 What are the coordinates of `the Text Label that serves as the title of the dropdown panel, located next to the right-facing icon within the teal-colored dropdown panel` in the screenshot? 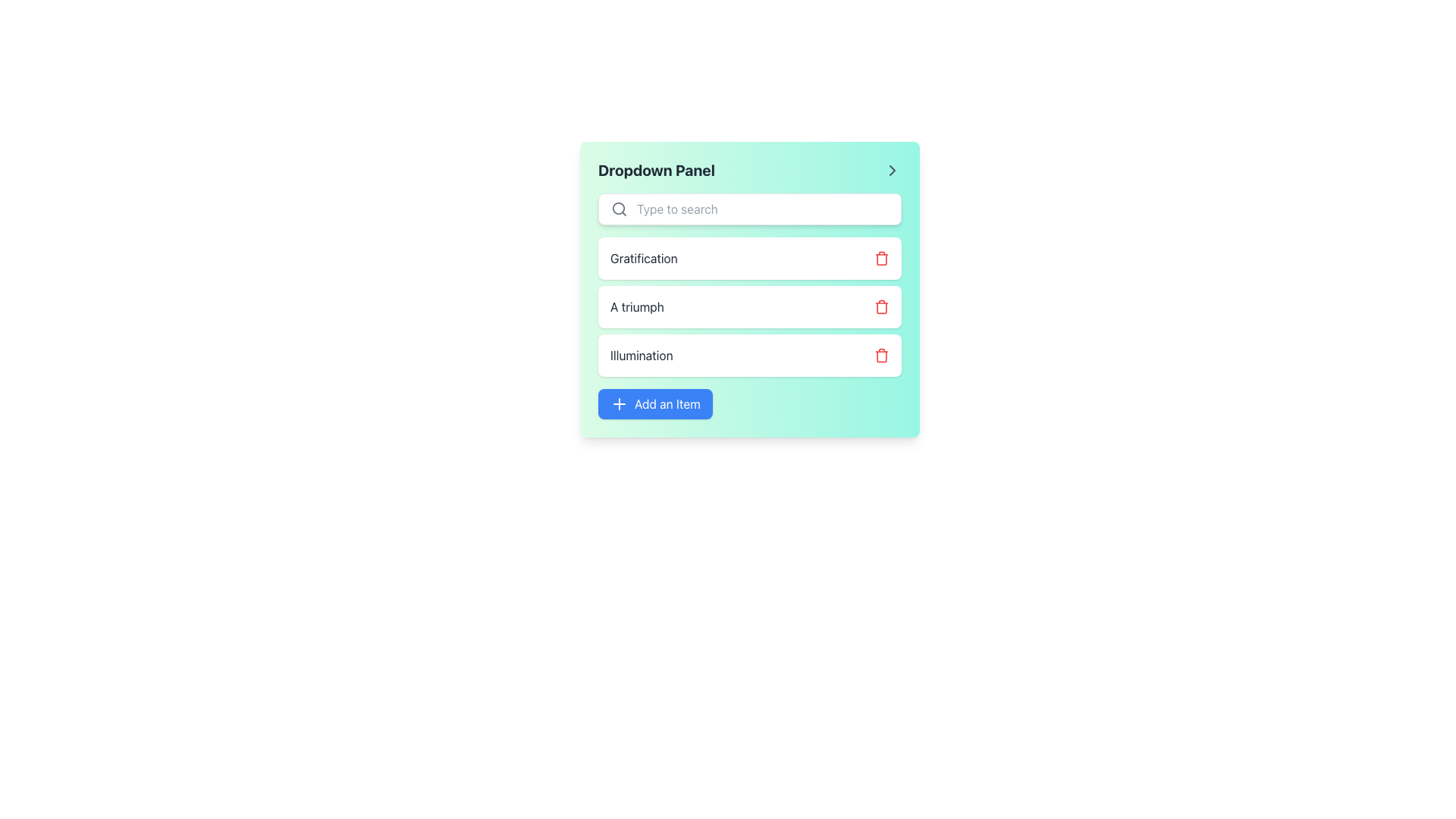 It's located at (656, 170).